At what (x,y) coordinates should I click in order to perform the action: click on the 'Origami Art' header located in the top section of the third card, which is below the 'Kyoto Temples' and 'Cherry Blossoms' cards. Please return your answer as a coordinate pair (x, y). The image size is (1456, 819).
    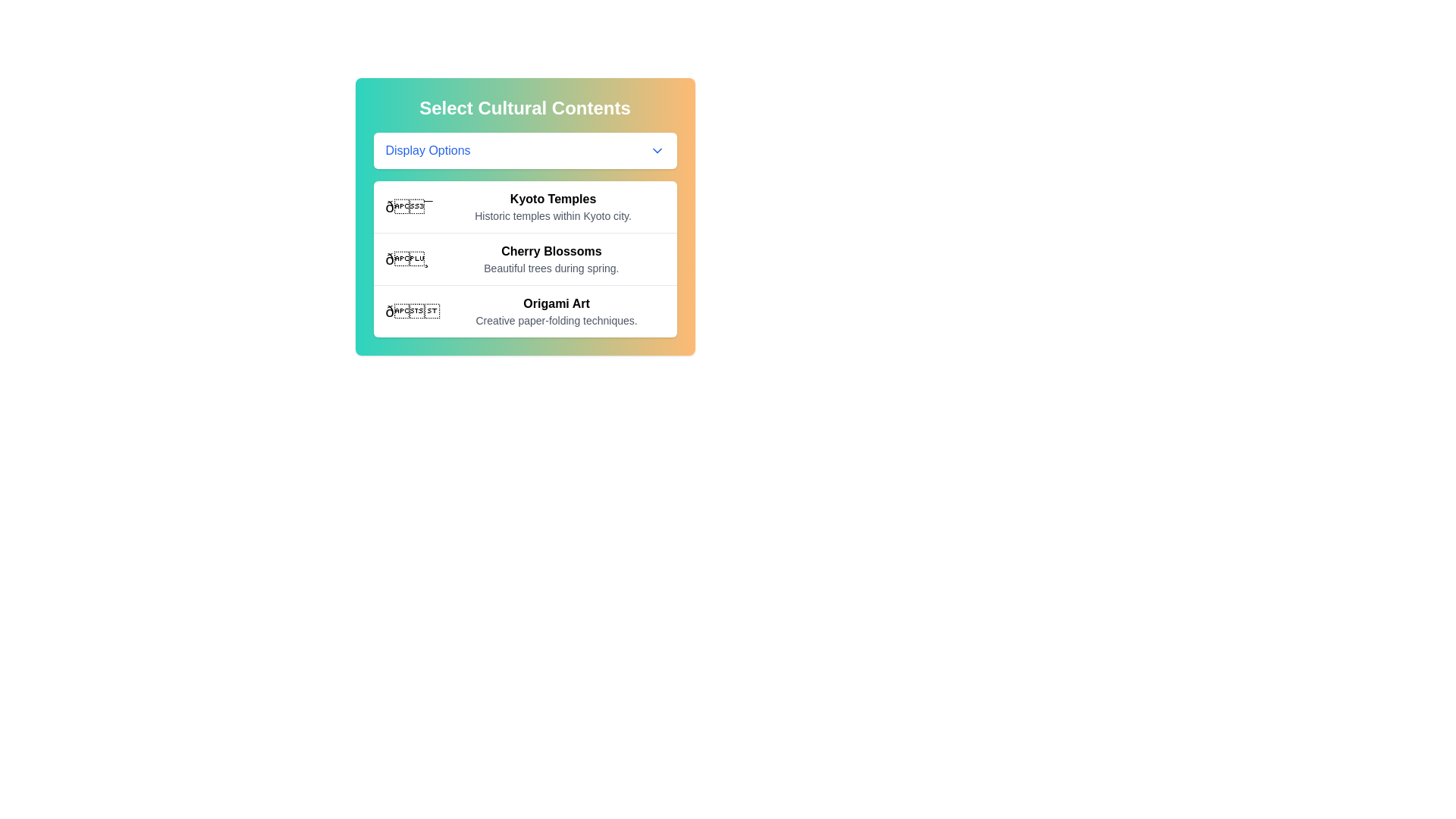
    Looking at the image, I should click on (556, 304).